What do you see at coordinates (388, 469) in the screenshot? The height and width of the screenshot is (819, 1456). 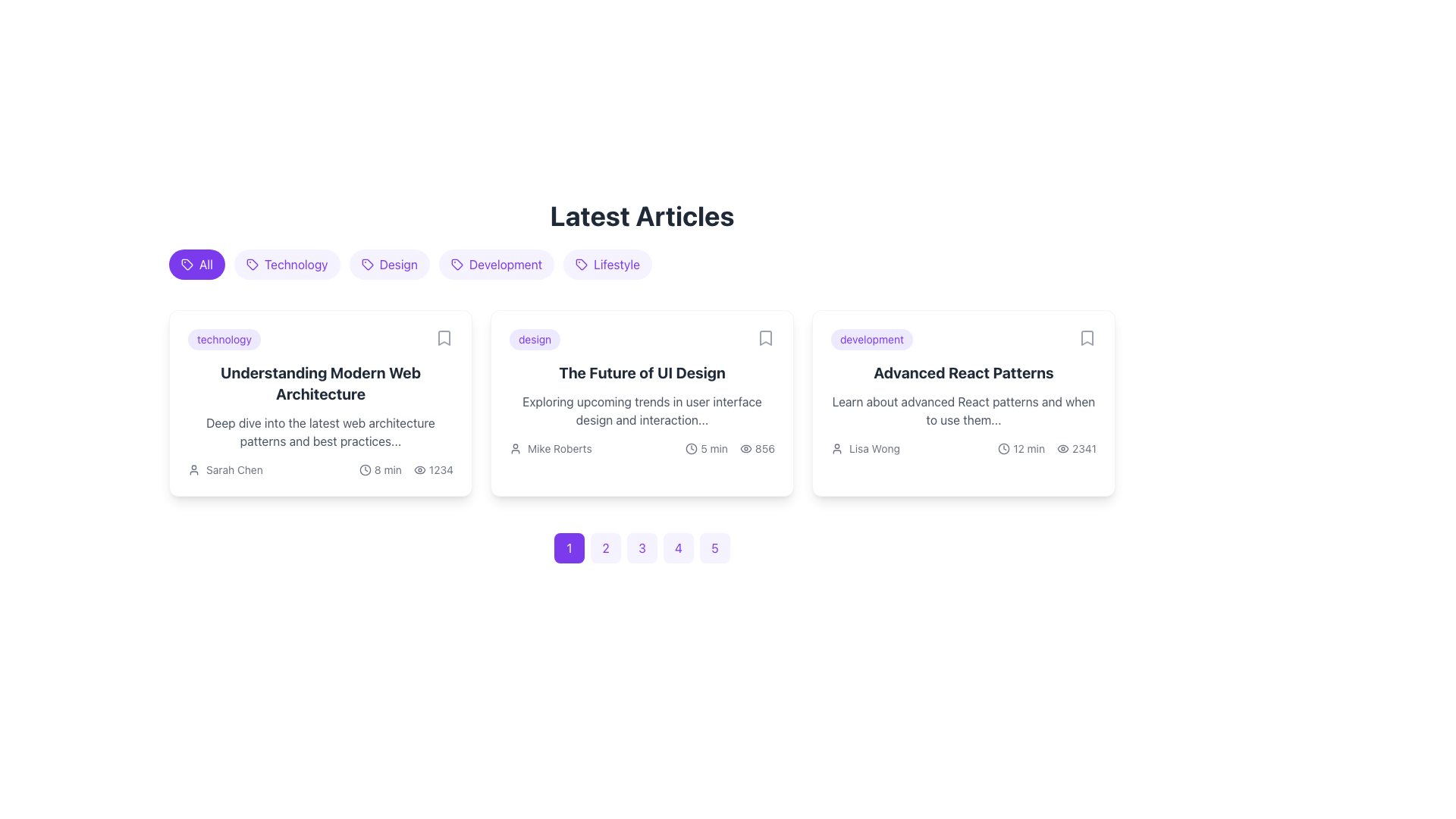 I see `the static text label displaying '8 min', which is horizontally aligned next to a clock icon within the first article card under the 'Latest Articles' section` at bounding box center [388, 469].